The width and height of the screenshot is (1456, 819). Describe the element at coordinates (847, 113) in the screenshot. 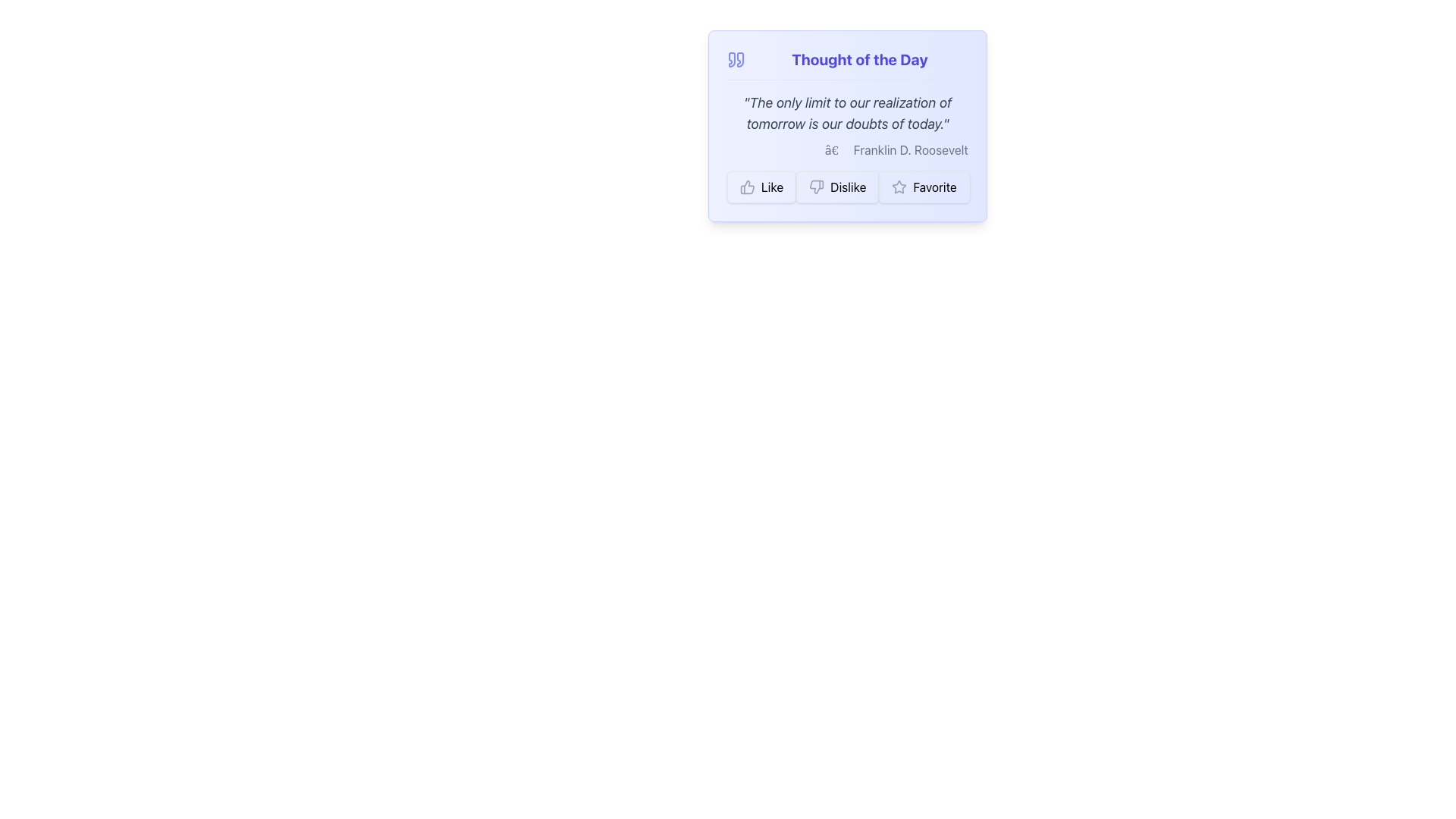

I see `text block styled in a gray italic font that contains the quote 'The only limit to our realization of tomorrow is our doubts of today.', located in the central part of a light indigo gradient card below the title 'Thought of the Day'` at that location.